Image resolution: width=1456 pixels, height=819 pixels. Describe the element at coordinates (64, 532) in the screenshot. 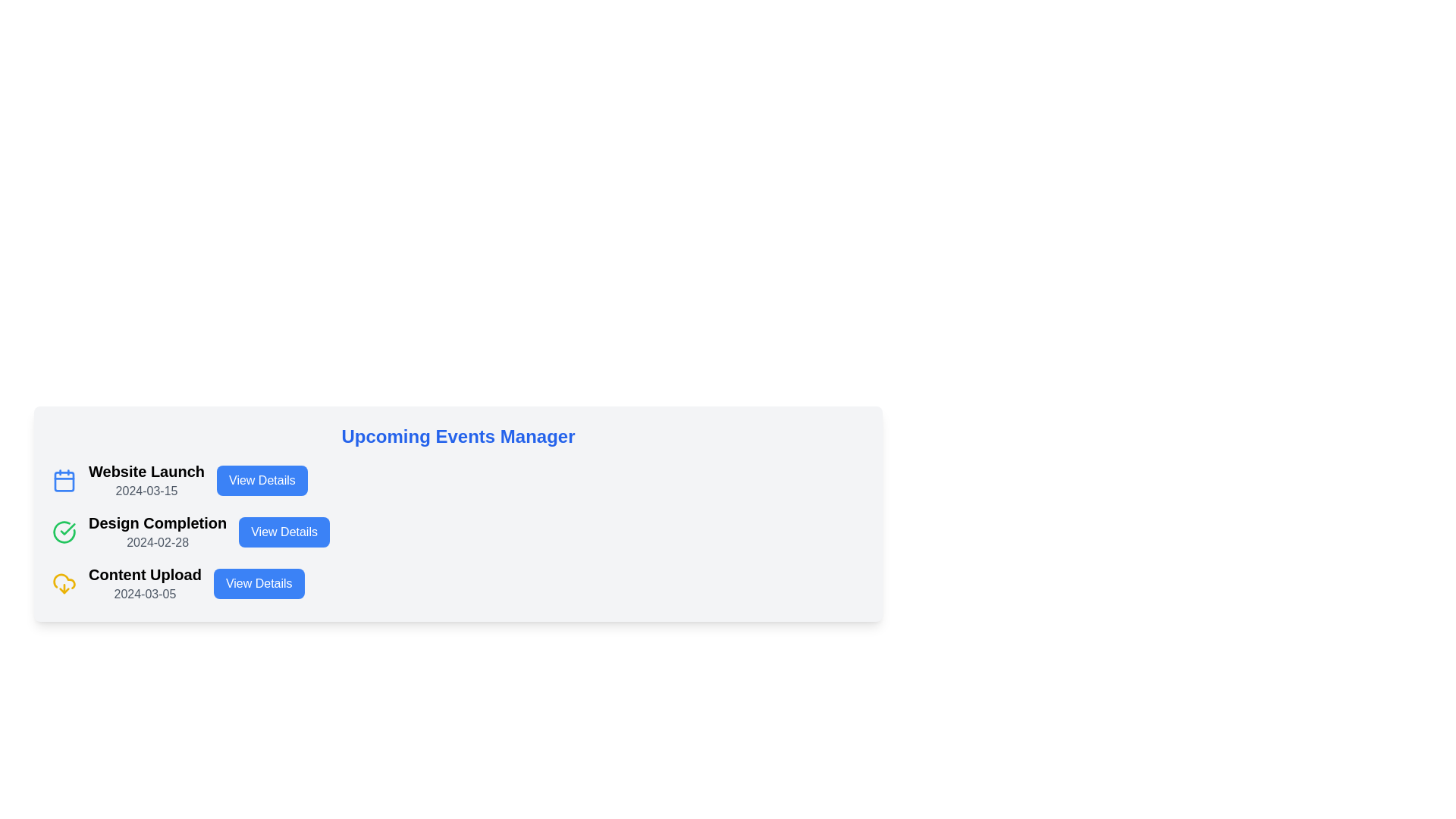

I see `the green circular icon with a tick mark symbol indicating completion, located in the second row under 'Upcoming Events Manager', preceding 'Design Completion' and the date '2024-02-28'` at that location.